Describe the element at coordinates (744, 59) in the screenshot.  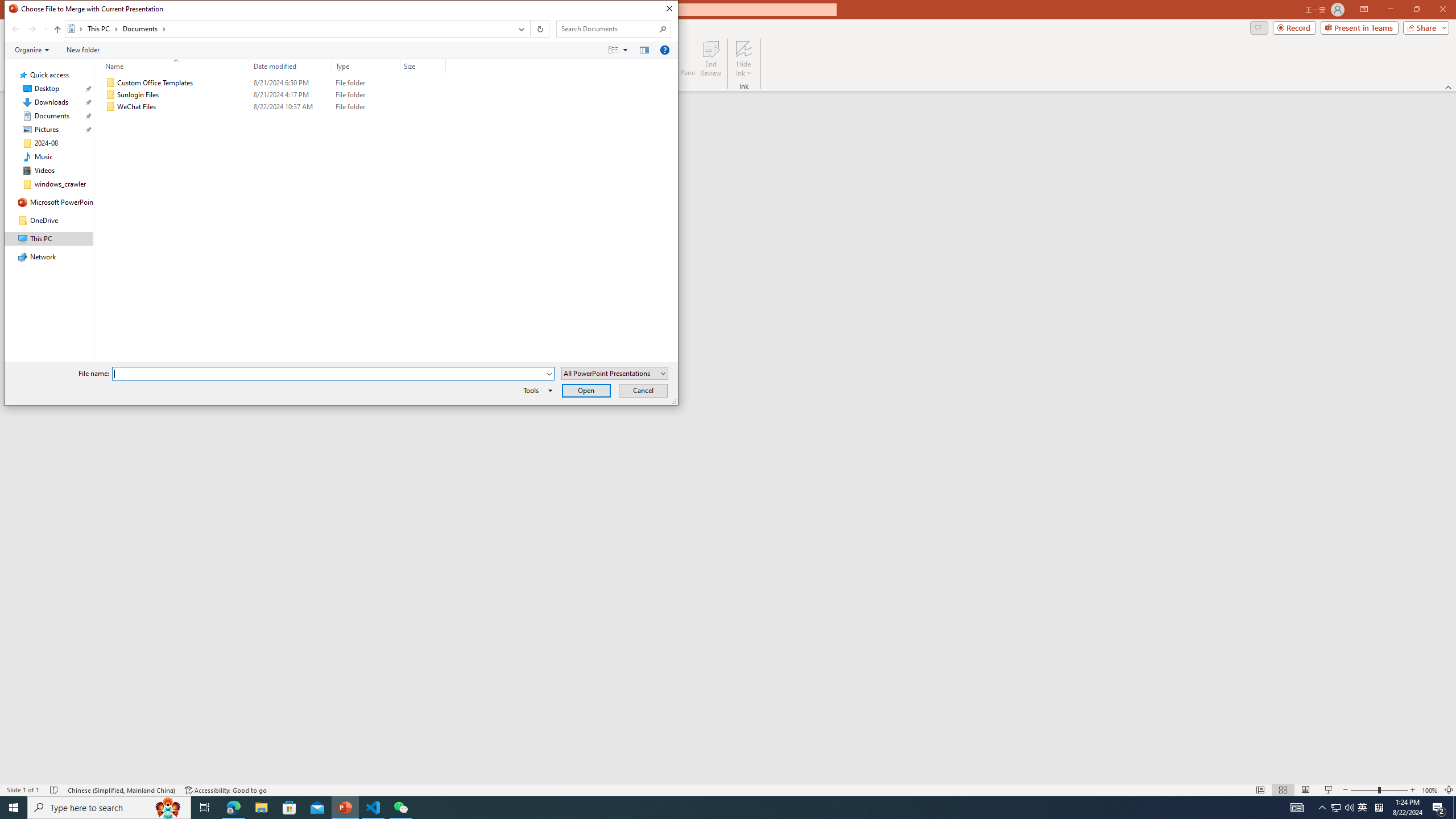
I see `'Hide Ink'` at that location.